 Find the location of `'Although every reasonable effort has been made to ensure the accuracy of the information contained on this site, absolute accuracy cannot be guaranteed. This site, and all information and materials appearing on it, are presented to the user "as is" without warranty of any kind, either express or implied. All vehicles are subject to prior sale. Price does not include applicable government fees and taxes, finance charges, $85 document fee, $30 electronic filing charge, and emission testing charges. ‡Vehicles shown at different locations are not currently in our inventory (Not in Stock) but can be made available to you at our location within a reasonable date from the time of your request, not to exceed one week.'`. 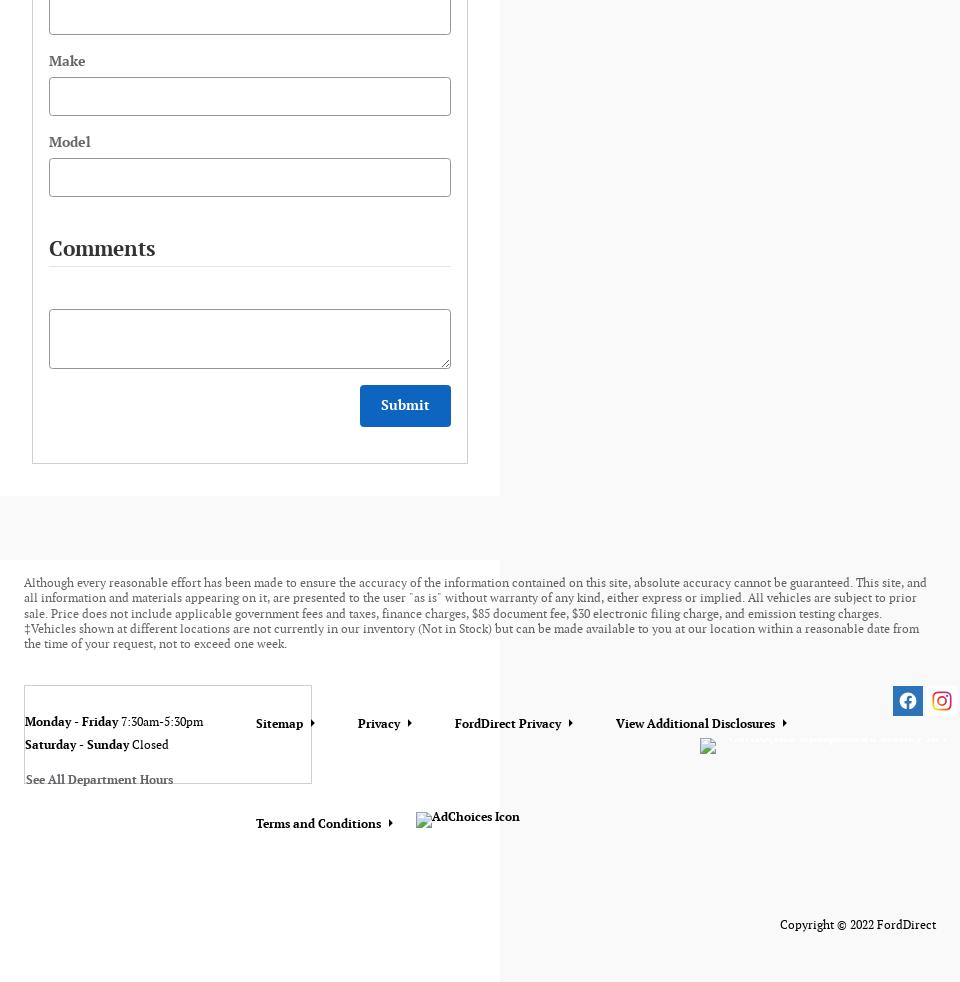

'Although every reasonable effort has been made to ensure the accuracy of the information contained on this site, absolute accuracy cannot be guaranteed. This site, and all information and materials appearing on it, are presented to the user "as is" without warranty of any kind, either express or implied. All vehicles are subject to prior sale. Price does not include applicable government fees and taxes, finance charges, $85 document fee, $30 electronic filing charge, and emission testing charges. ‡Vehicles shown at different locations are not currently in our inventory (Not in Stock) but can be made available to you at our location within a reasonable date from the time of your request, not to exceed one week.' is located at coordinates (23, 612).